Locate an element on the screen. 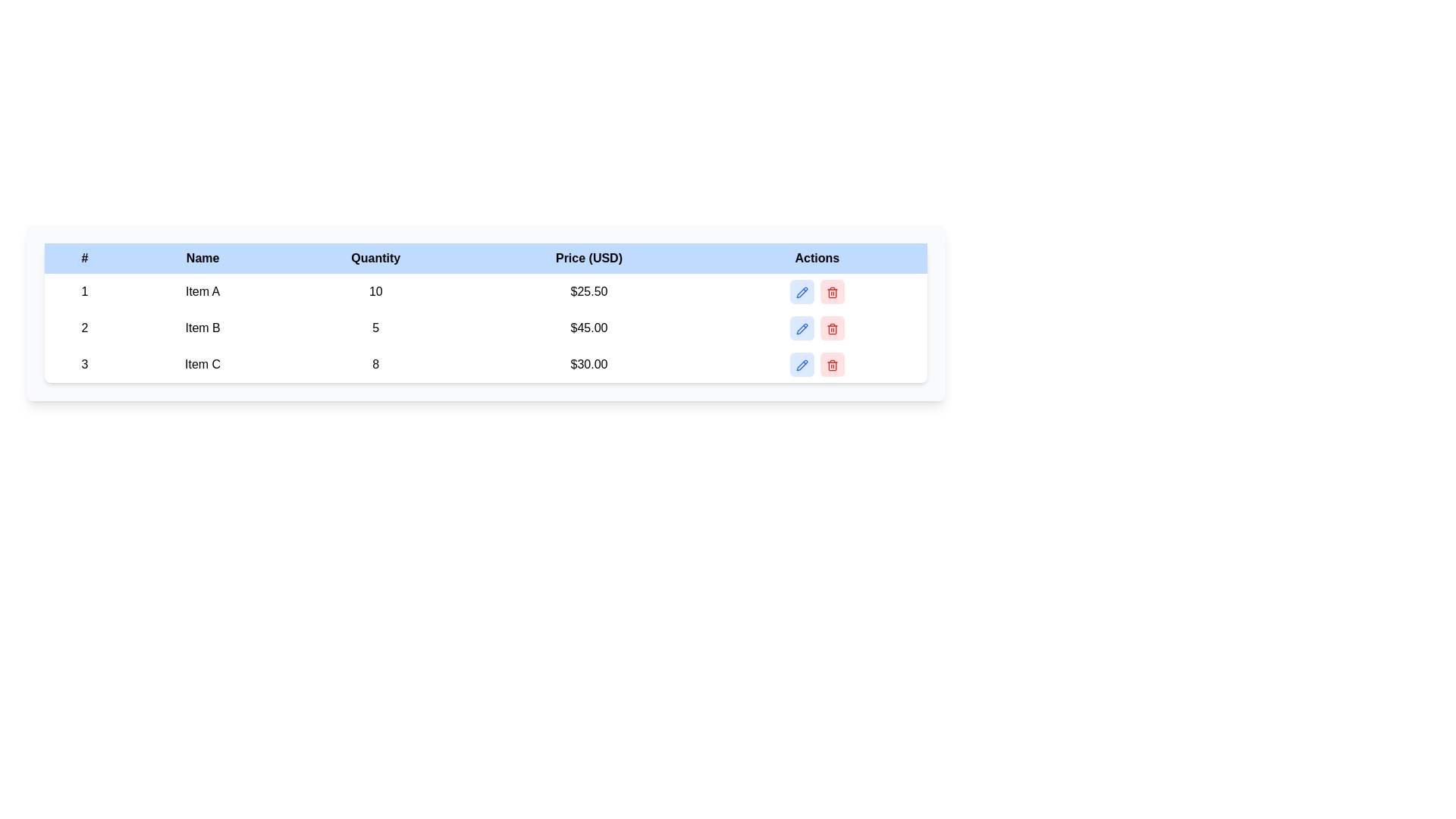 The image size is (1456, 819). the text label 'Item B' located in the second row under the 'Name' column of the table, which is positioned between '2' and '5' is located at coordinates (202, 327).